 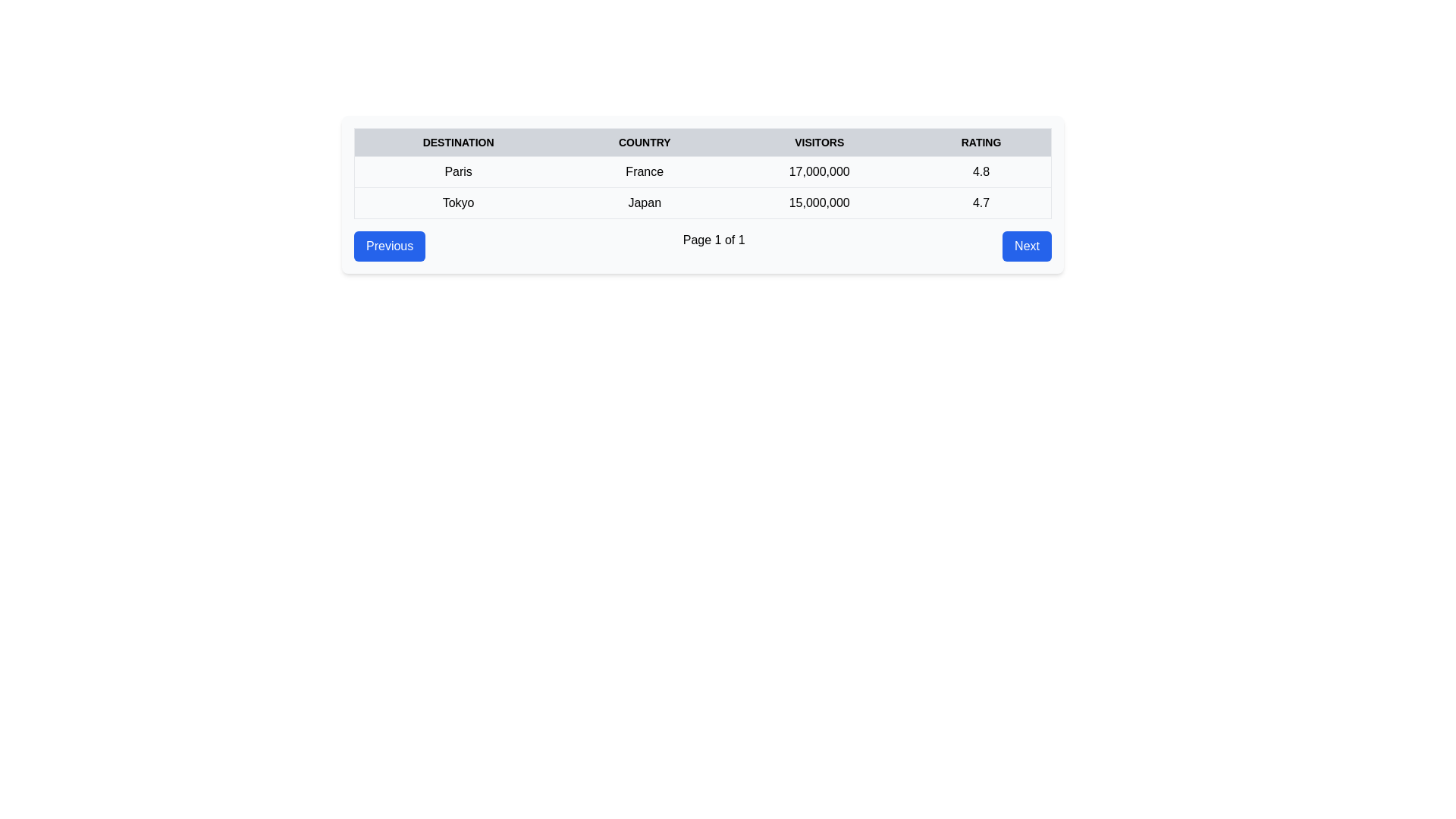 I want to click on the Static Text element displaying 'Japan' in the table under the 'Country' column, which is located in the second row adjacent to '15,000,000' under 'Visitors', so click(x=645, y=202).